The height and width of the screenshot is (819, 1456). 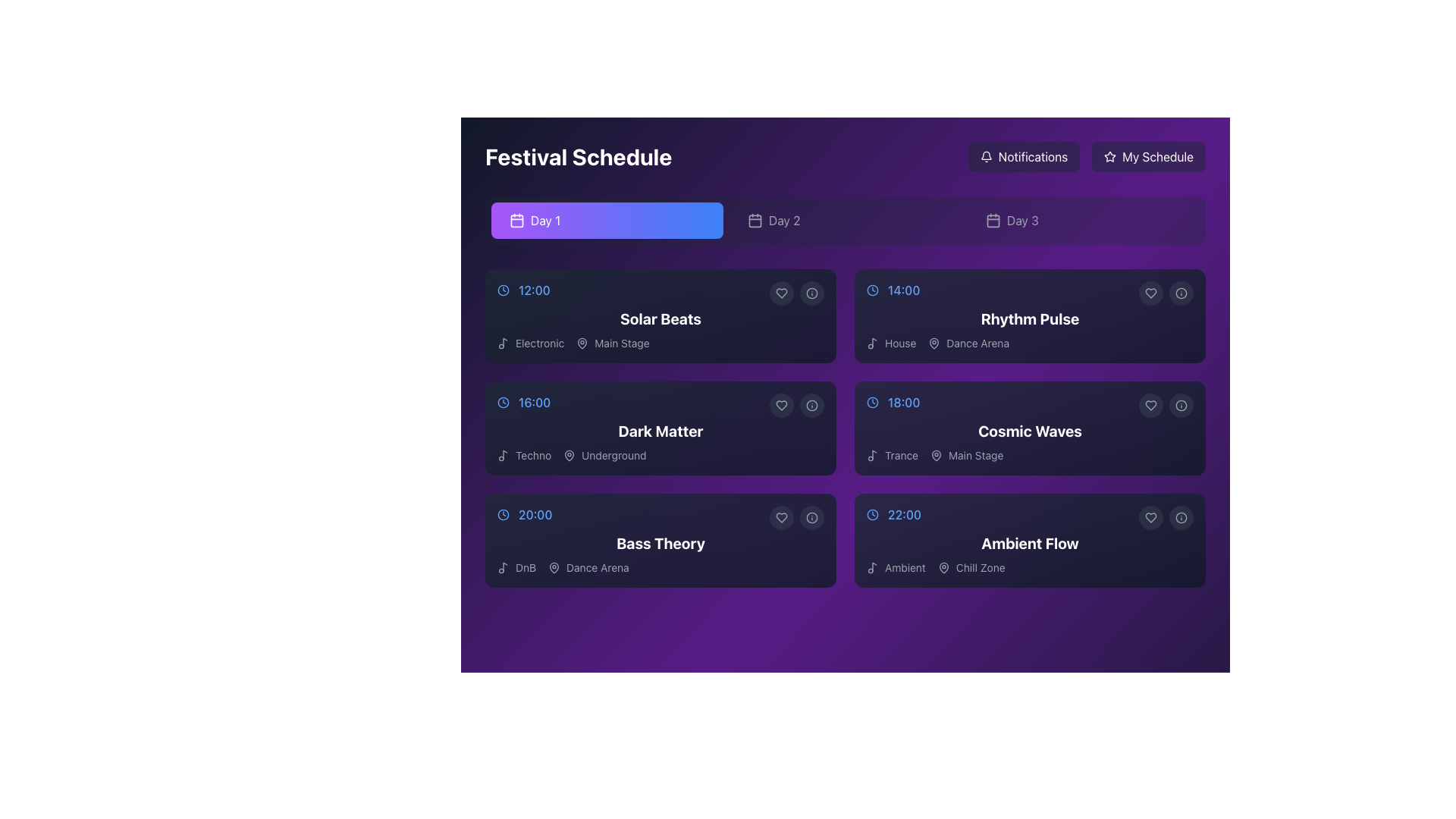 What do you see at coordinates (891, 343) in the screenshot?
I see `the text label indicating the music genre 'House' for the event 'Rhythm Pulse' located in the second row, right column under the 'Day 1' tab in the schedule` at bounding box center [891, 343].